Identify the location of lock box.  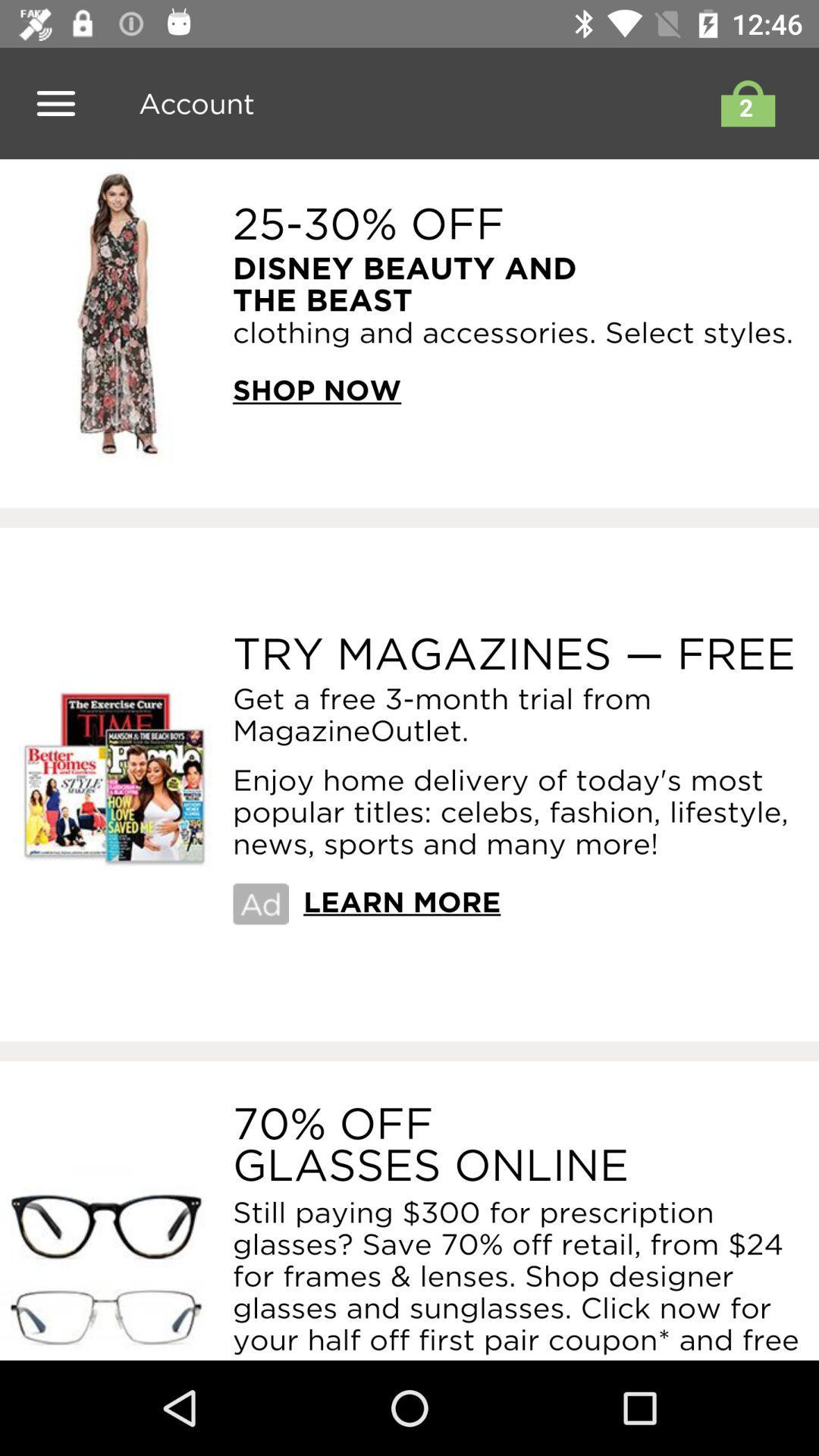
(743, 102).